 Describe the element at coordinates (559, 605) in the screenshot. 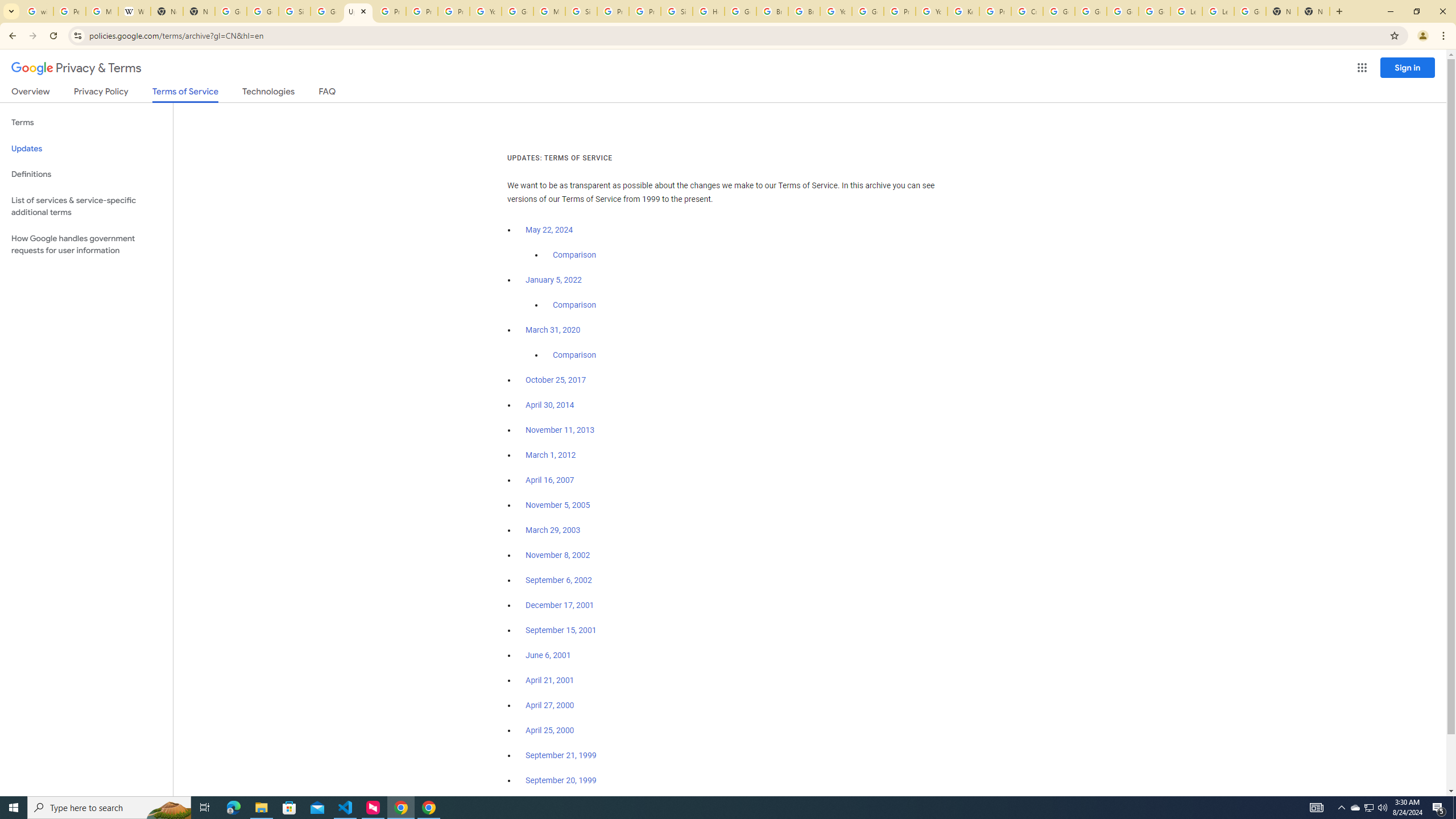

I see `'December 17, 2001'` at that location.